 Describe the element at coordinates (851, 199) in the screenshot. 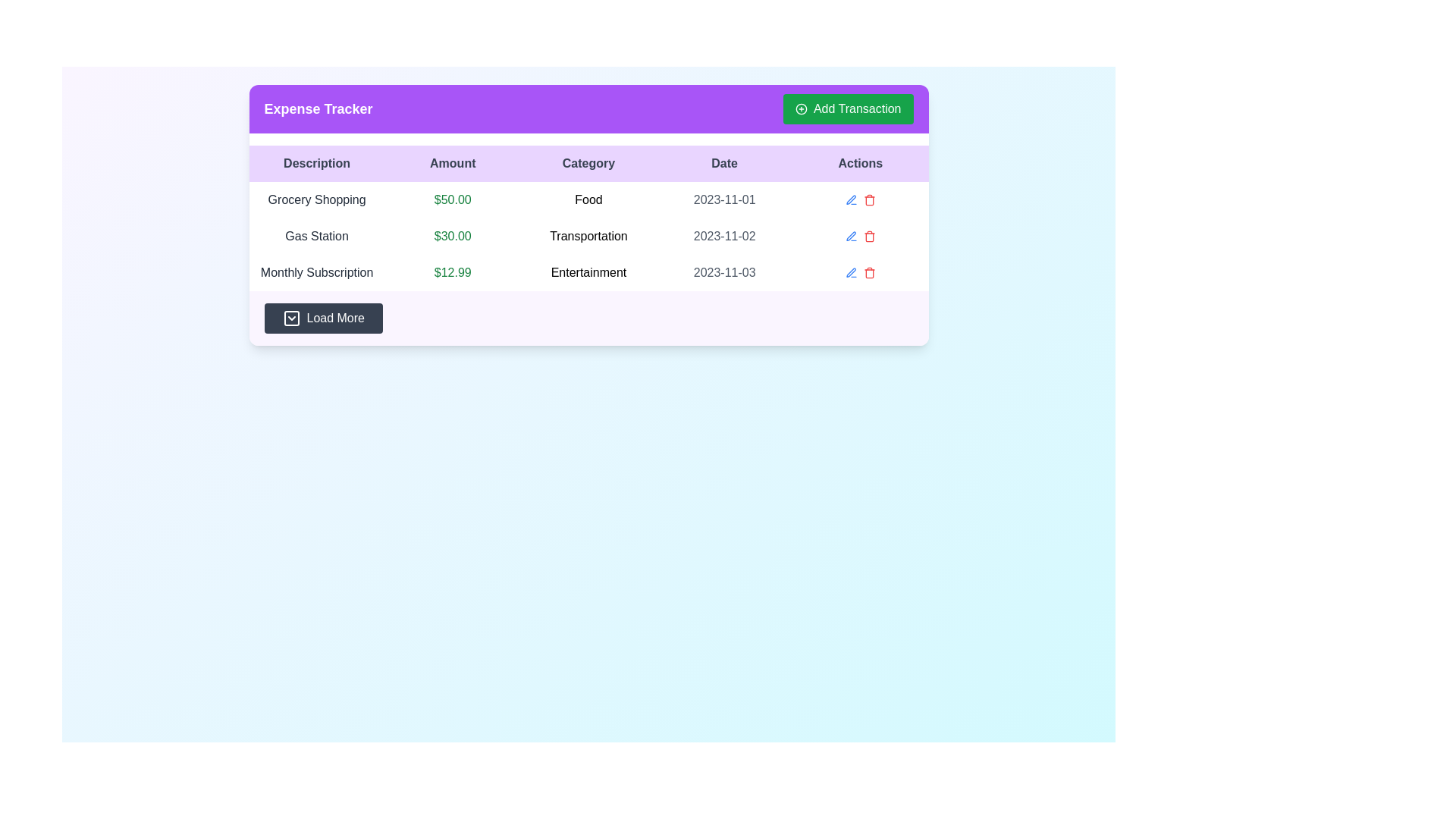

I see `the blue pencil icon button located in the 'Actions' column of the second data row, adjacent to 'Transportation'` at that location.